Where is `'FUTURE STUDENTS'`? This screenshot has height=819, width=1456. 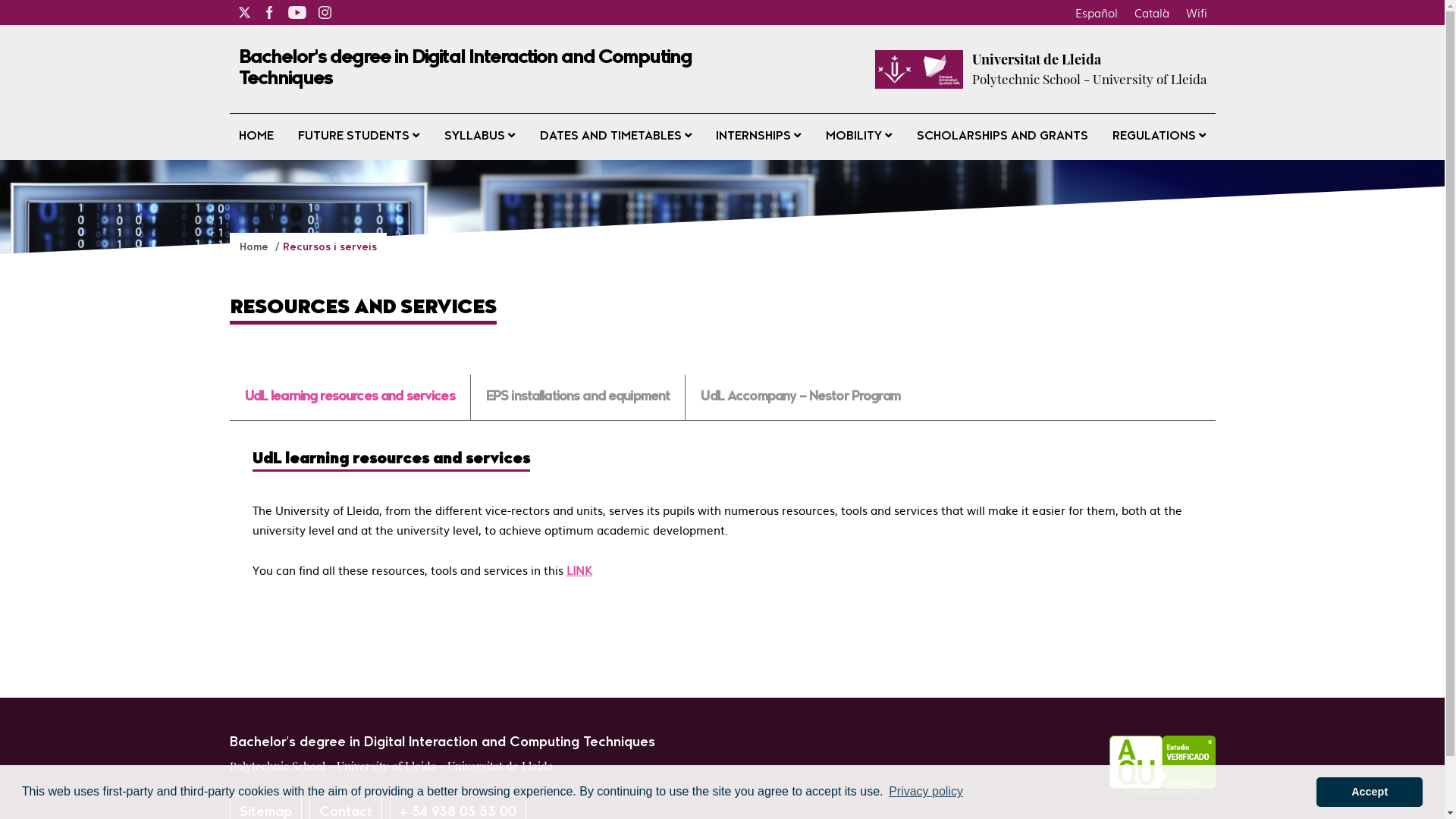 'FUTURE STUDENTS' is located at coordinates (358, 136).